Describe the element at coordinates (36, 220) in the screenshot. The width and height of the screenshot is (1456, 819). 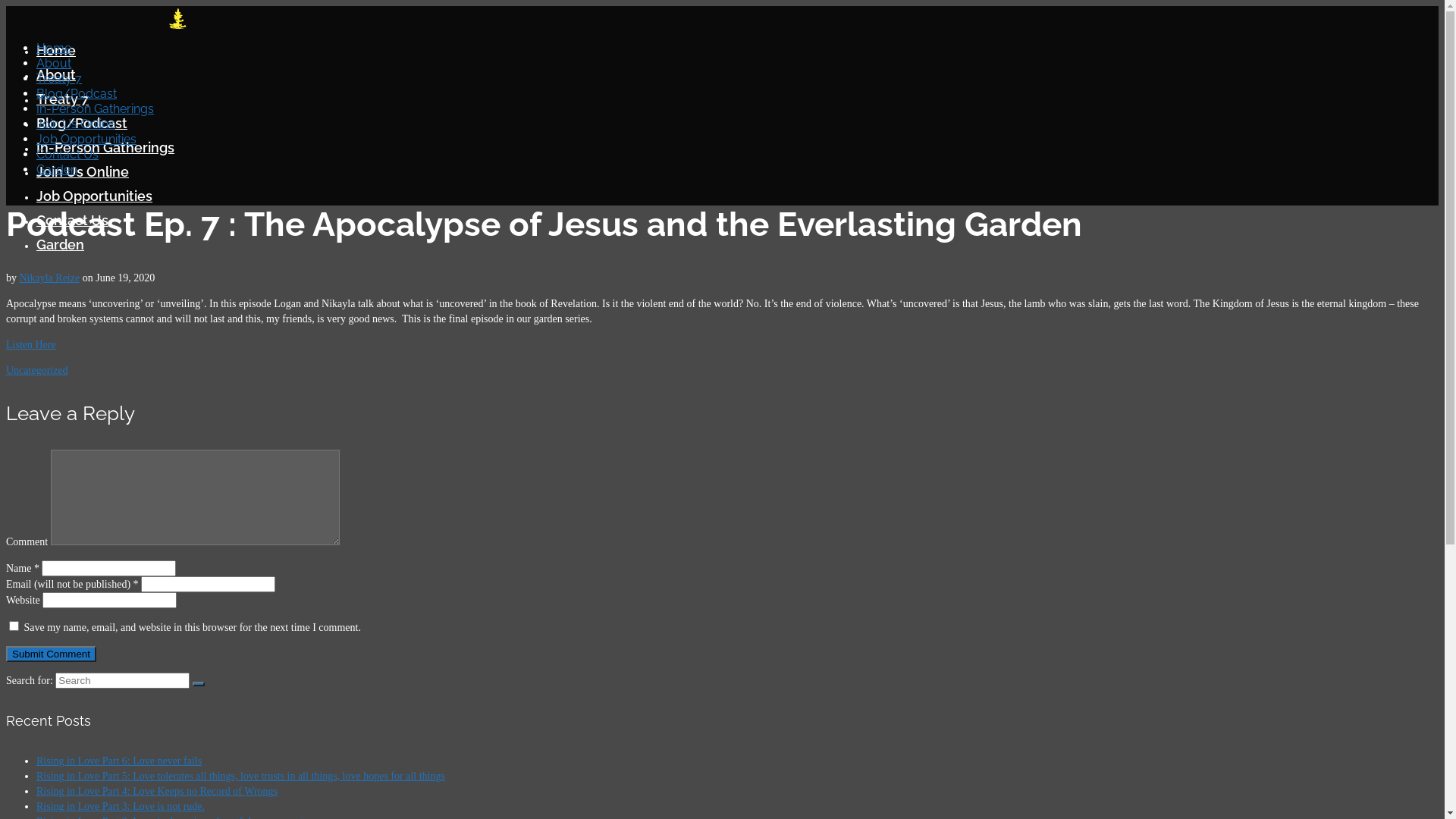
I see `'Contact Us'` at that location.